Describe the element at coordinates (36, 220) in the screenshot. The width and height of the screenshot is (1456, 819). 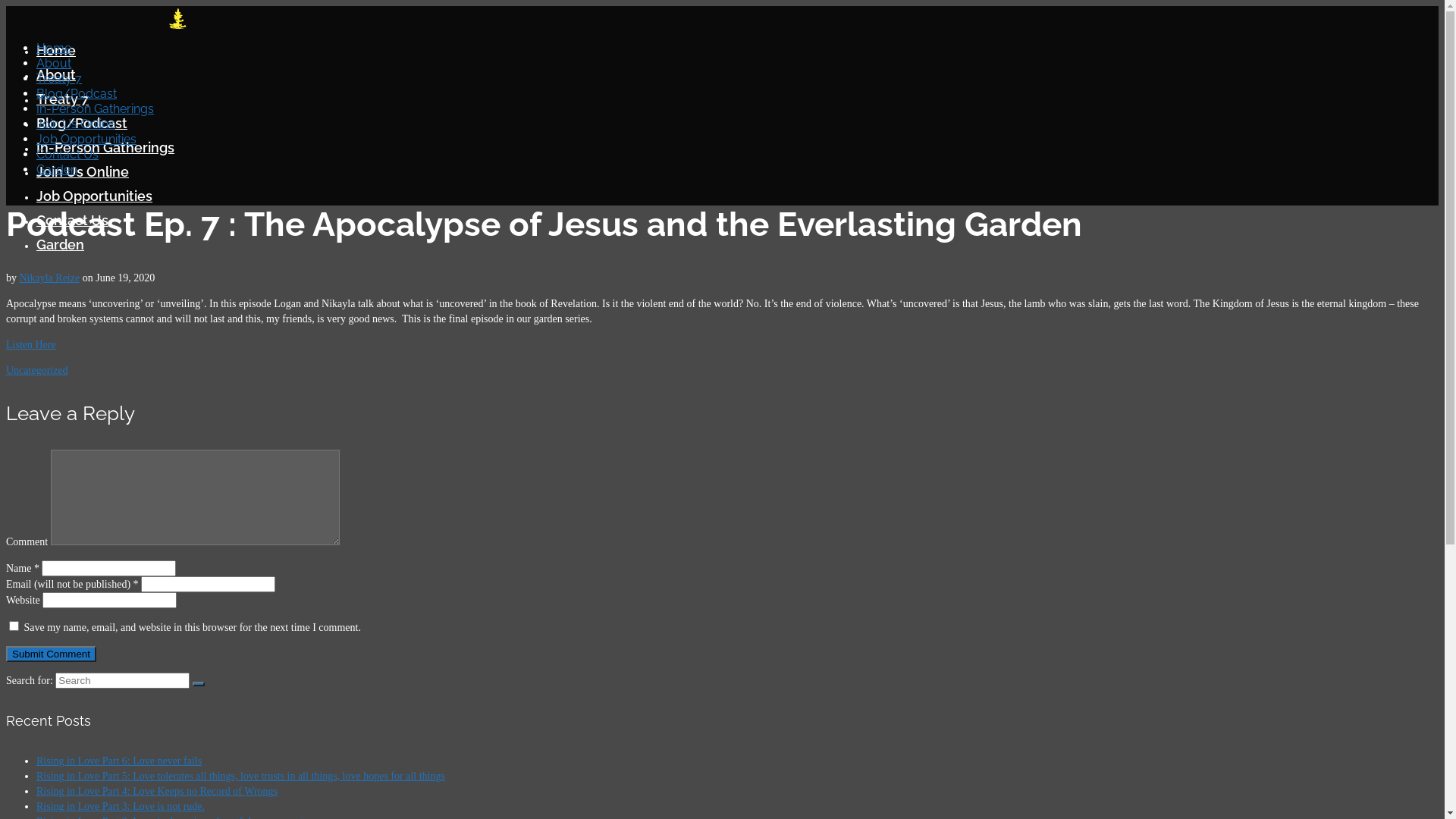
I see `'Contact Us'` at that location.